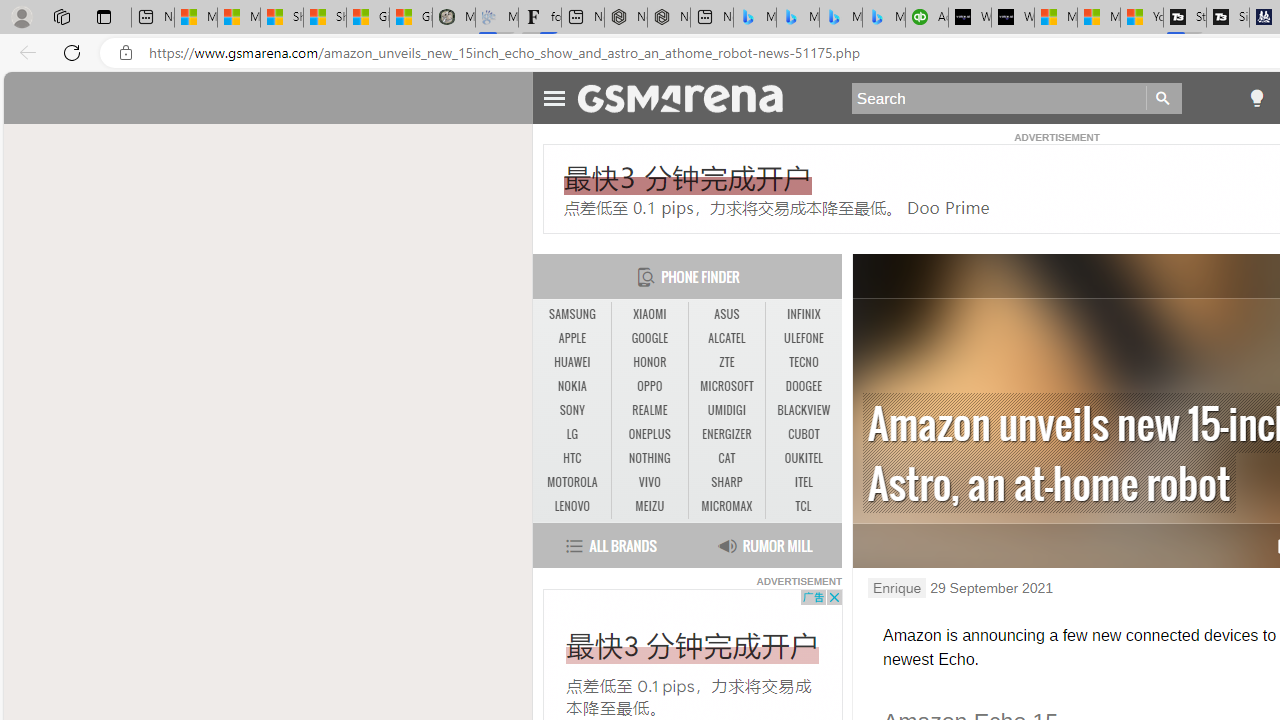  What do you see at coordinates (1184, 17) in the screenshot?
I see `'Streaming Coverage | T3'` at bounding box center [1184, 17].